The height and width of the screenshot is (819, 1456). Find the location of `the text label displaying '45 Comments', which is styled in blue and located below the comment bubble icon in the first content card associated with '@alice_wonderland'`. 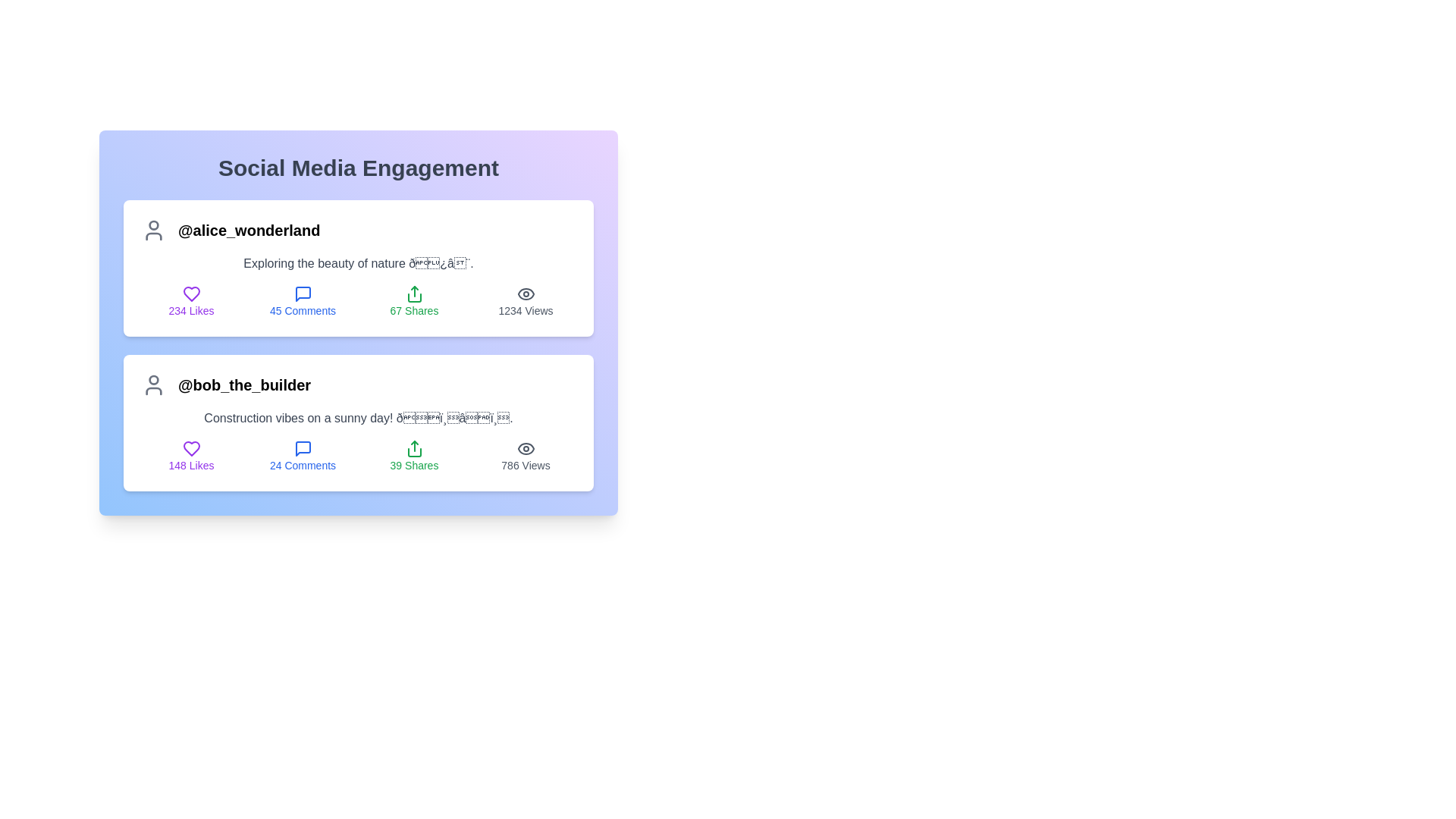

the text label displaying '45 Comments', which is styled in blue and located below the comment bubble icon in the first content card associated with '@alice_wonderland' is located at coordinates (303, 309).